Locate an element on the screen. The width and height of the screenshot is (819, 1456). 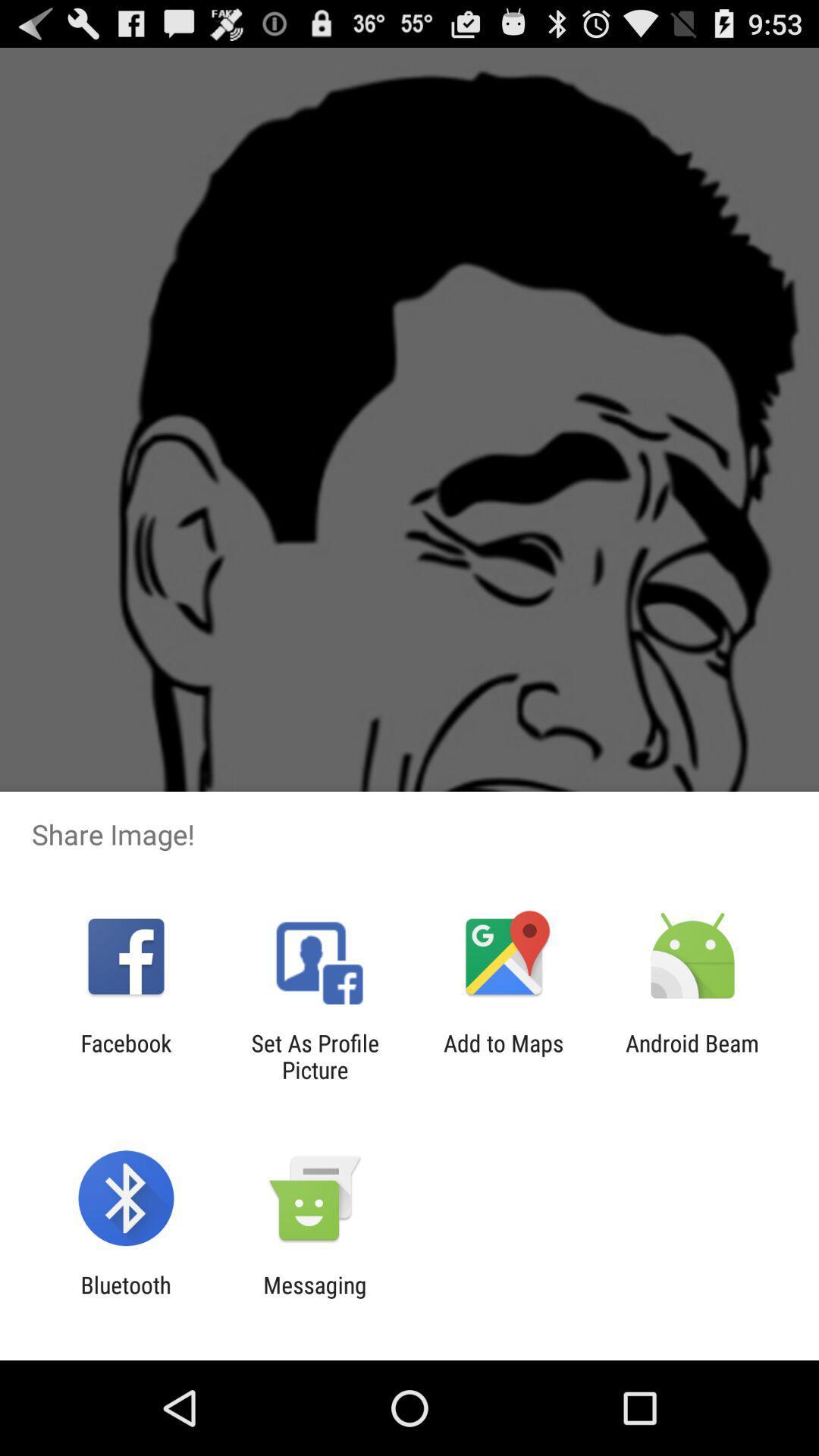
set as profile icon is located at coordinates (314, 1056).